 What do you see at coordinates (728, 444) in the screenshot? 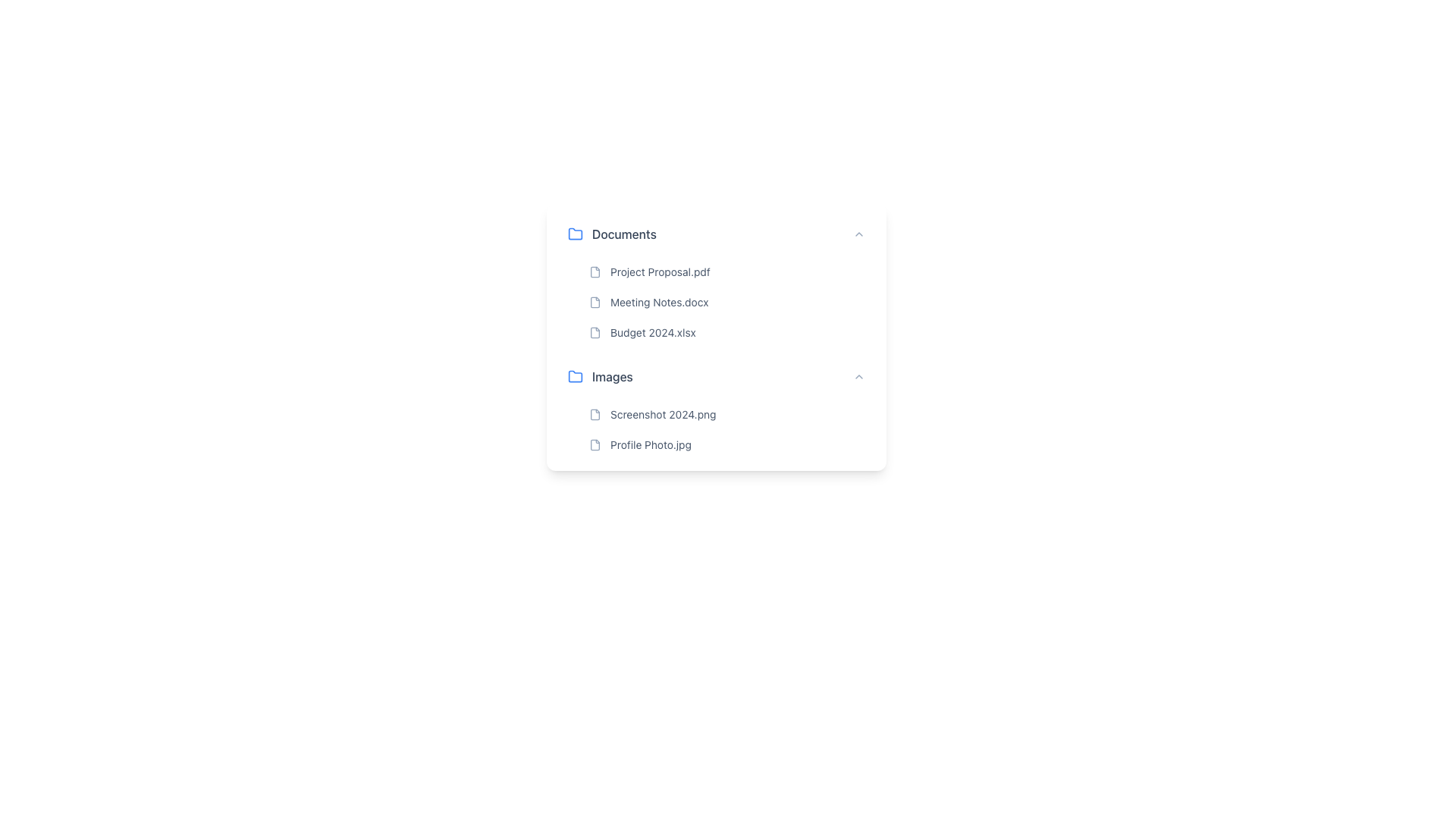
I see `the file entry labeled 'Profile Photo.jpg'` at bounding box center [728, 444].